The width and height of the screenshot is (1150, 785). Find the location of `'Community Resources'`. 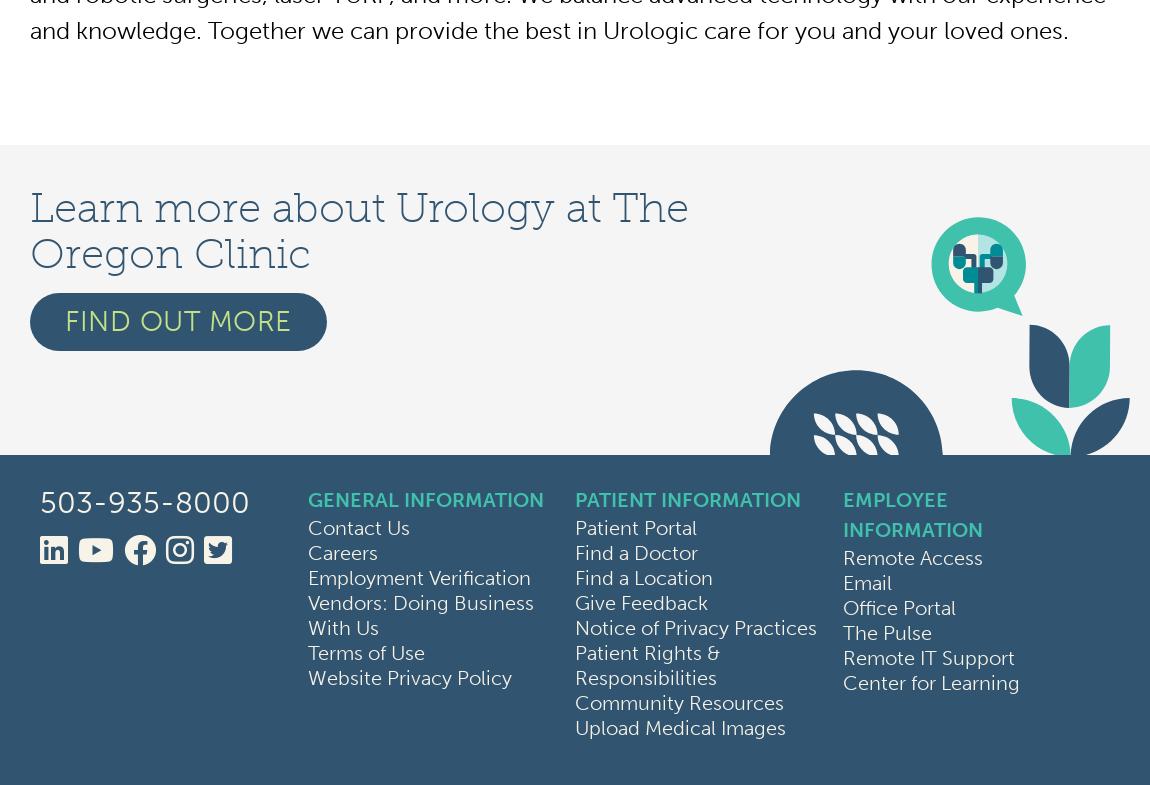

'Community Resources' is located at coordinates (678, 702).